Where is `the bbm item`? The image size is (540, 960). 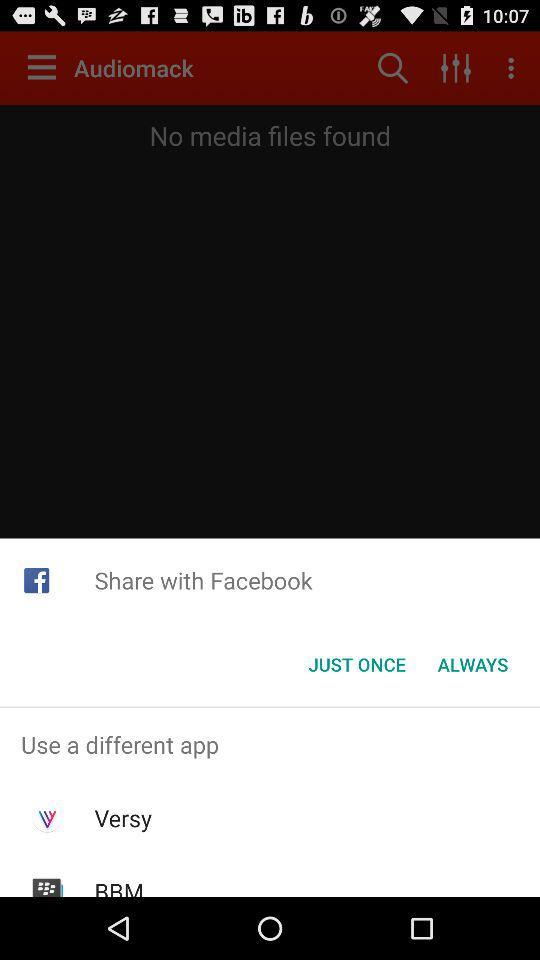
the bbm item is located at coordinates (119, 885).